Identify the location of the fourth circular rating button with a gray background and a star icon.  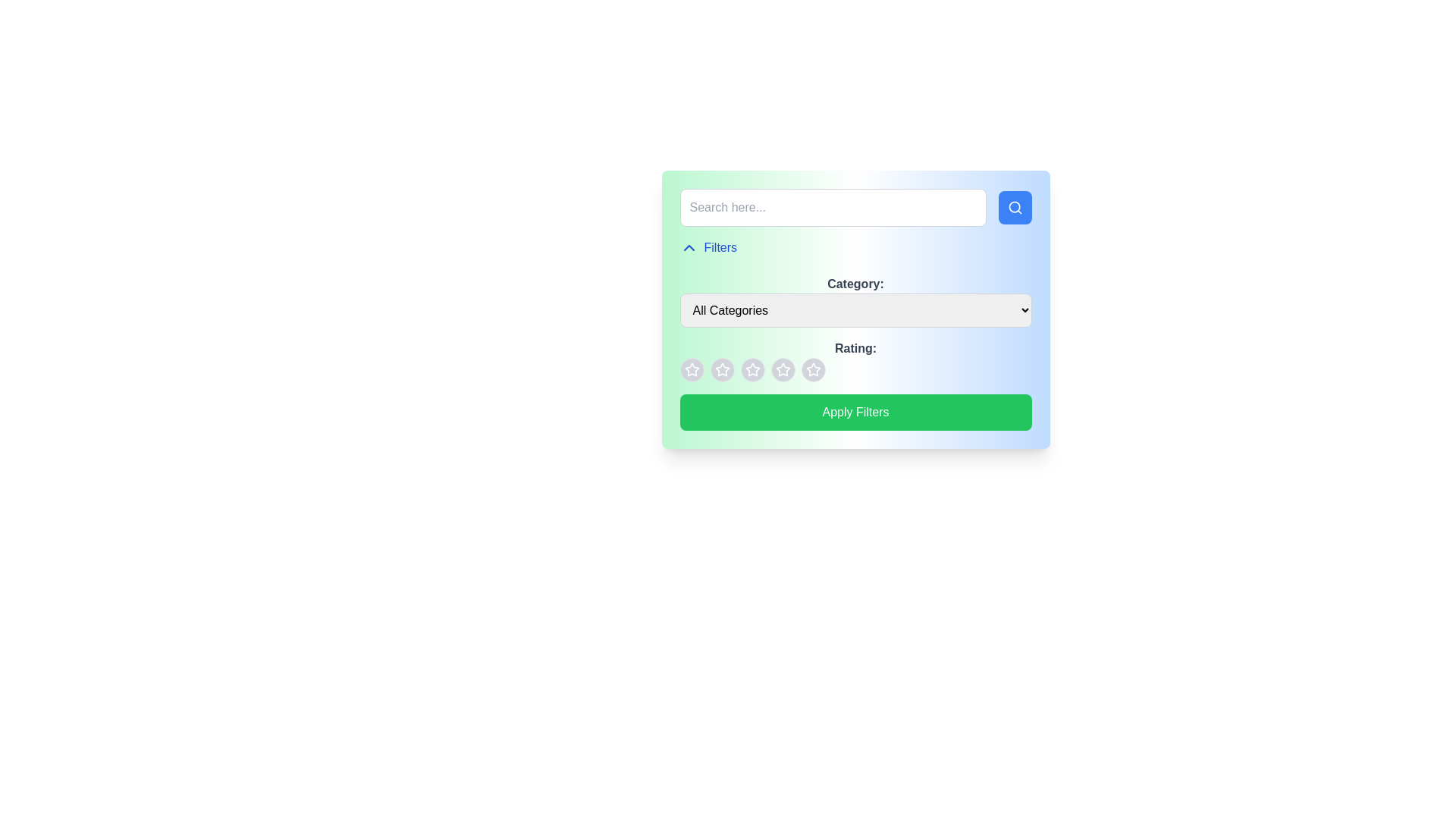
(783, 370).